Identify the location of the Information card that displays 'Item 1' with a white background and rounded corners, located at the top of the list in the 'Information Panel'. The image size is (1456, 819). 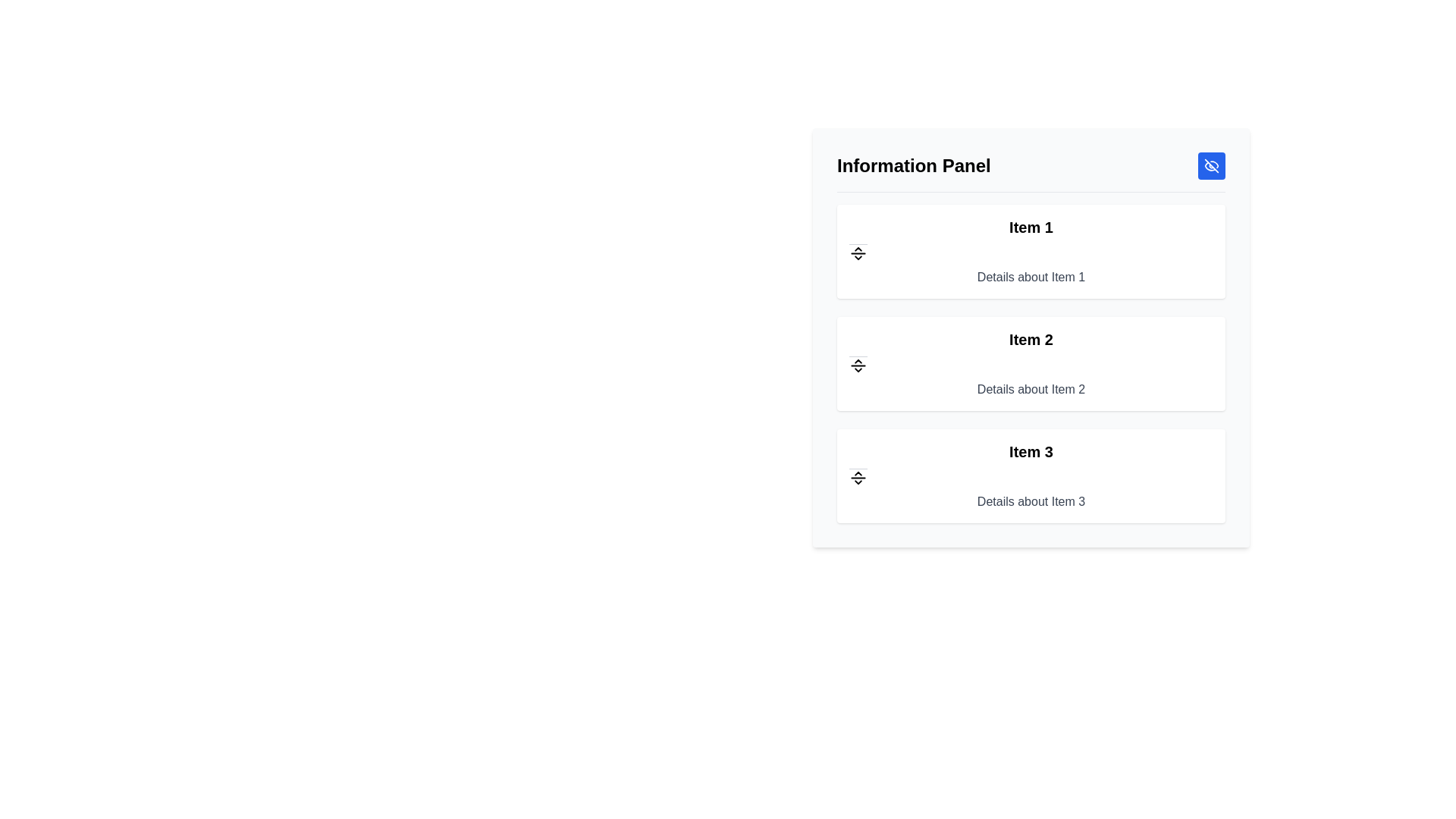
(1031, 250).